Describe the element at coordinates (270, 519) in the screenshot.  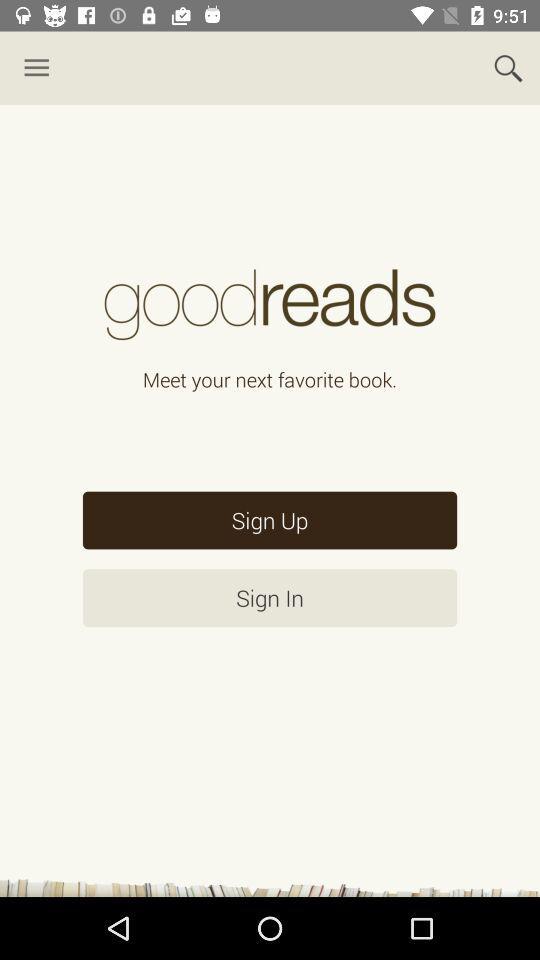
I see `sign up item` at that location.